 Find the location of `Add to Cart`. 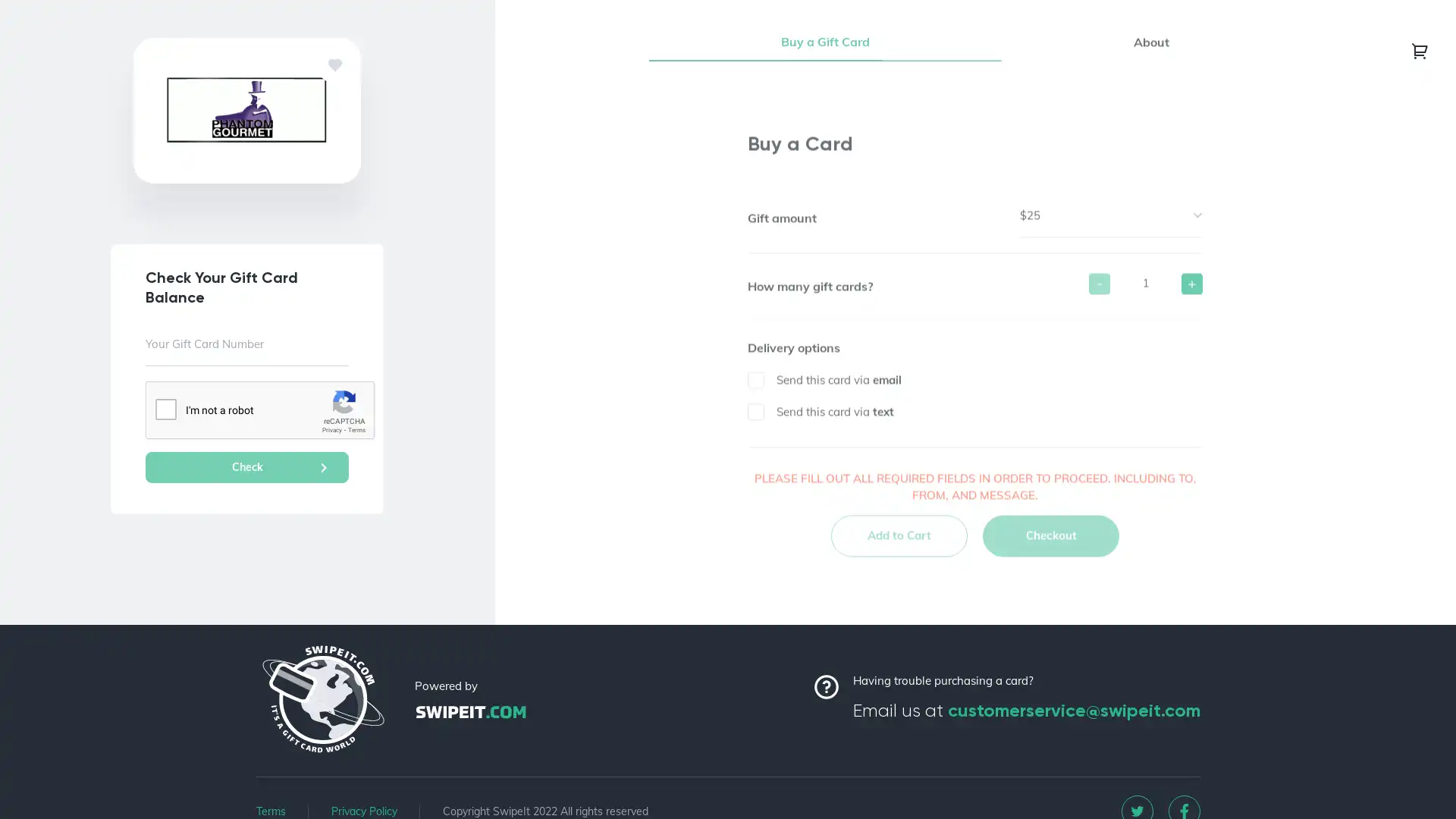

Add to Cart is located at coordinates (899, 542).